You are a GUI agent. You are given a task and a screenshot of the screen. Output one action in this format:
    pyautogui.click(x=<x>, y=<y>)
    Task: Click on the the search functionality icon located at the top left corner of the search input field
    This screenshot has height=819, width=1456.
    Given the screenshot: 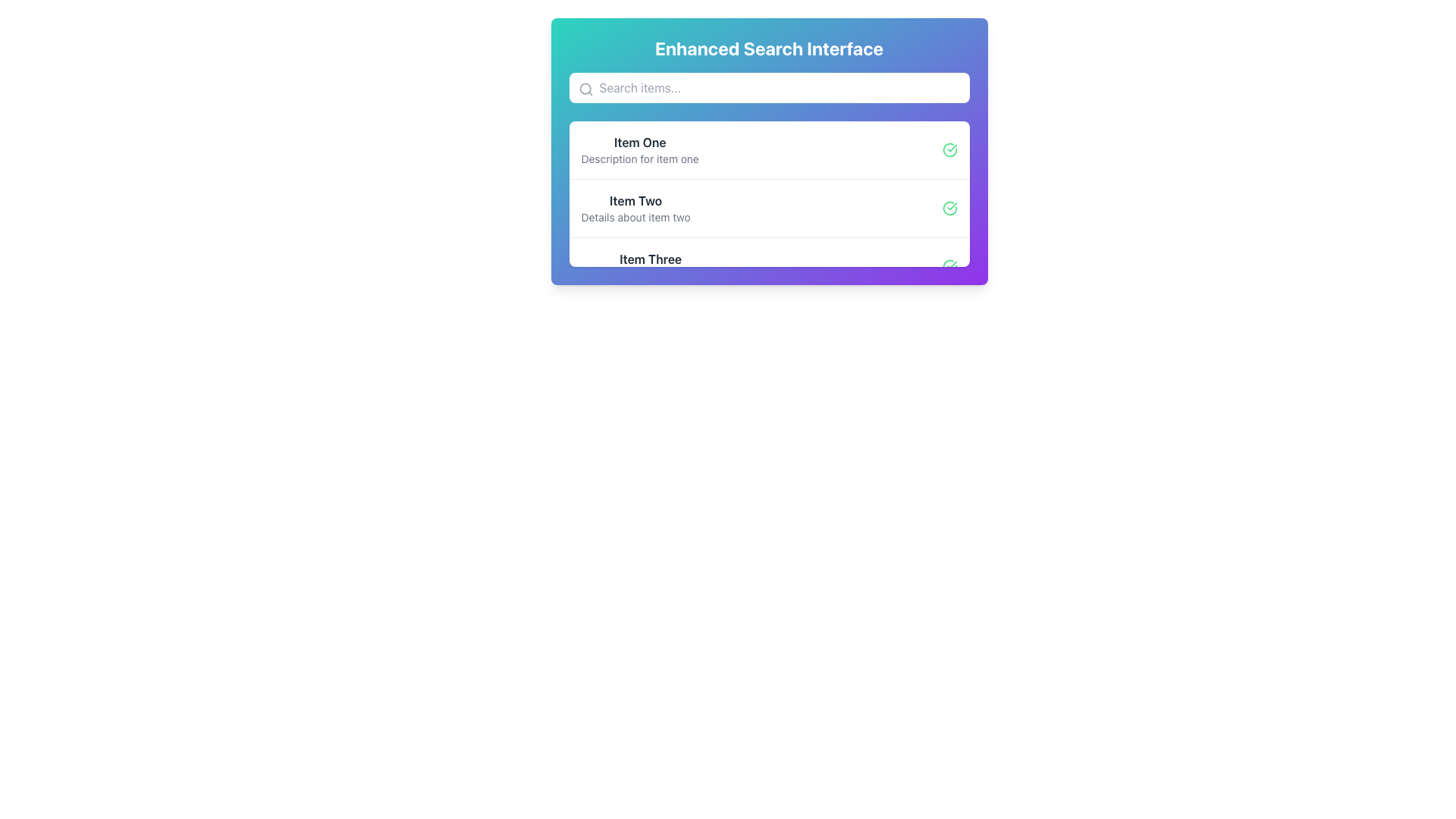 What is the action you would take?
    pyautogui.click(x=585, y=89)
    